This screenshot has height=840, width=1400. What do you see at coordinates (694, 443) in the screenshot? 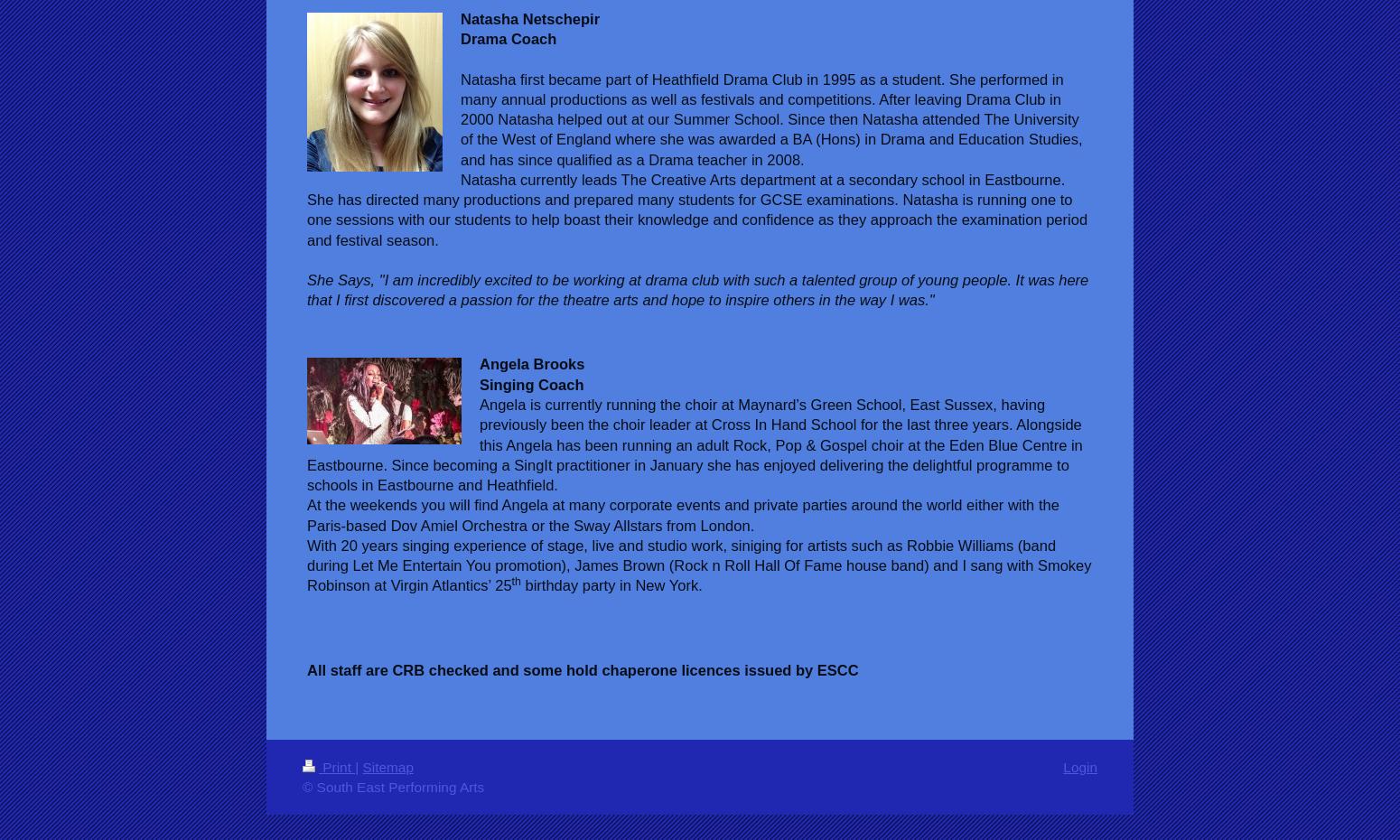
I see `'Angela is currently running the choir at Maynard’s Green School, East Sussex, having previously been the choir leader at Cross In Hand School for the last three years. Alongside this Angela has
been running an adult Rock, Pop & Gospel choir at the Eden Blue Centre in Eastbourne. Since becoming a SingIt practitioner in January she has enjoyed delivering the delightful programme to
schools in Eastbourne and Heathfield.'` at bounding box center [694, 443].